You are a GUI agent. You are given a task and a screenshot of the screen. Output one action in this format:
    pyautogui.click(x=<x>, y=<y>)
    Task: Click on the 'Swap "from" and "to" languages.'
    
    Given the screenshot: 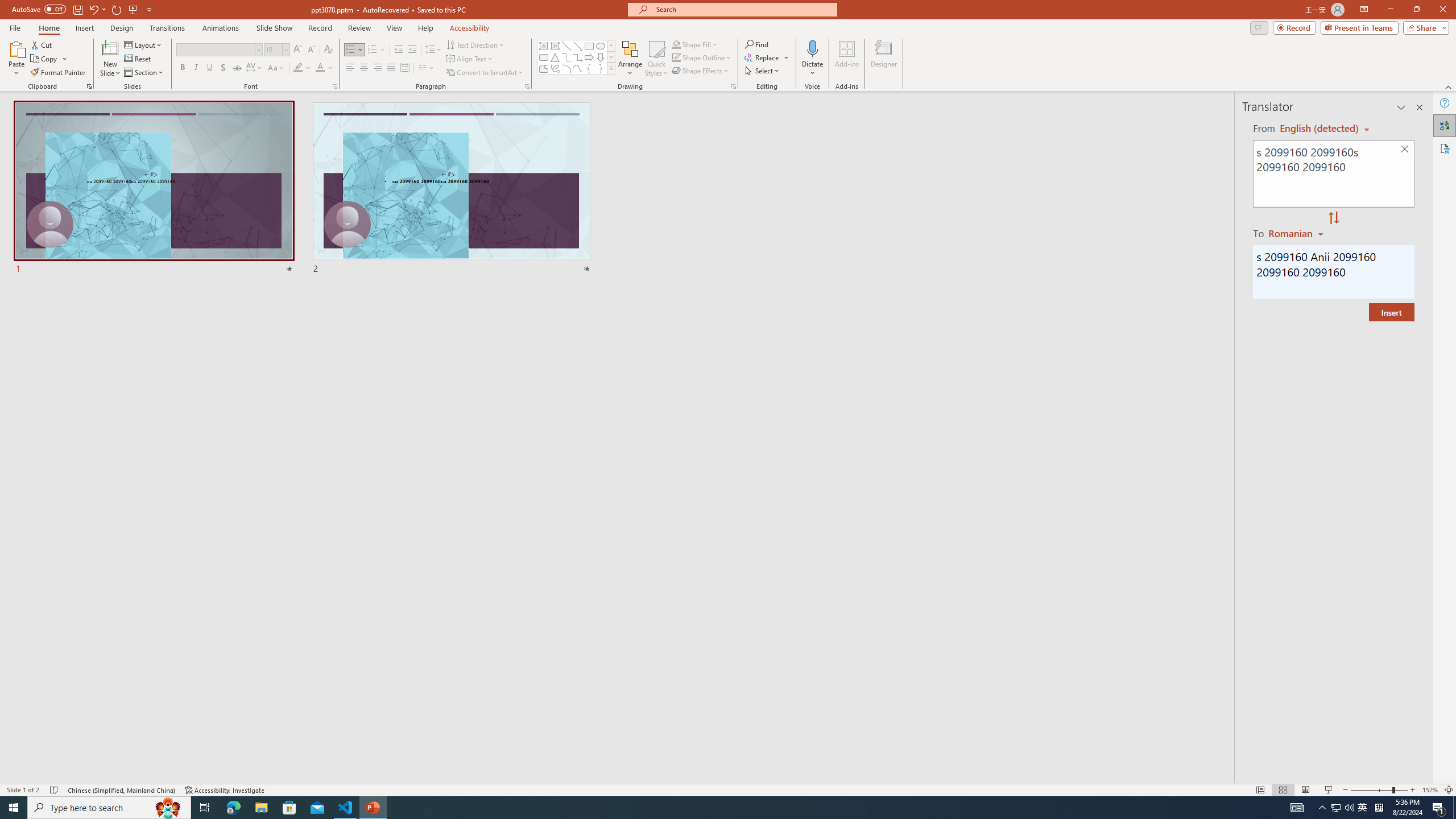 What is the action you would take?
    pyautogui.click(x=1333, y=218)
    